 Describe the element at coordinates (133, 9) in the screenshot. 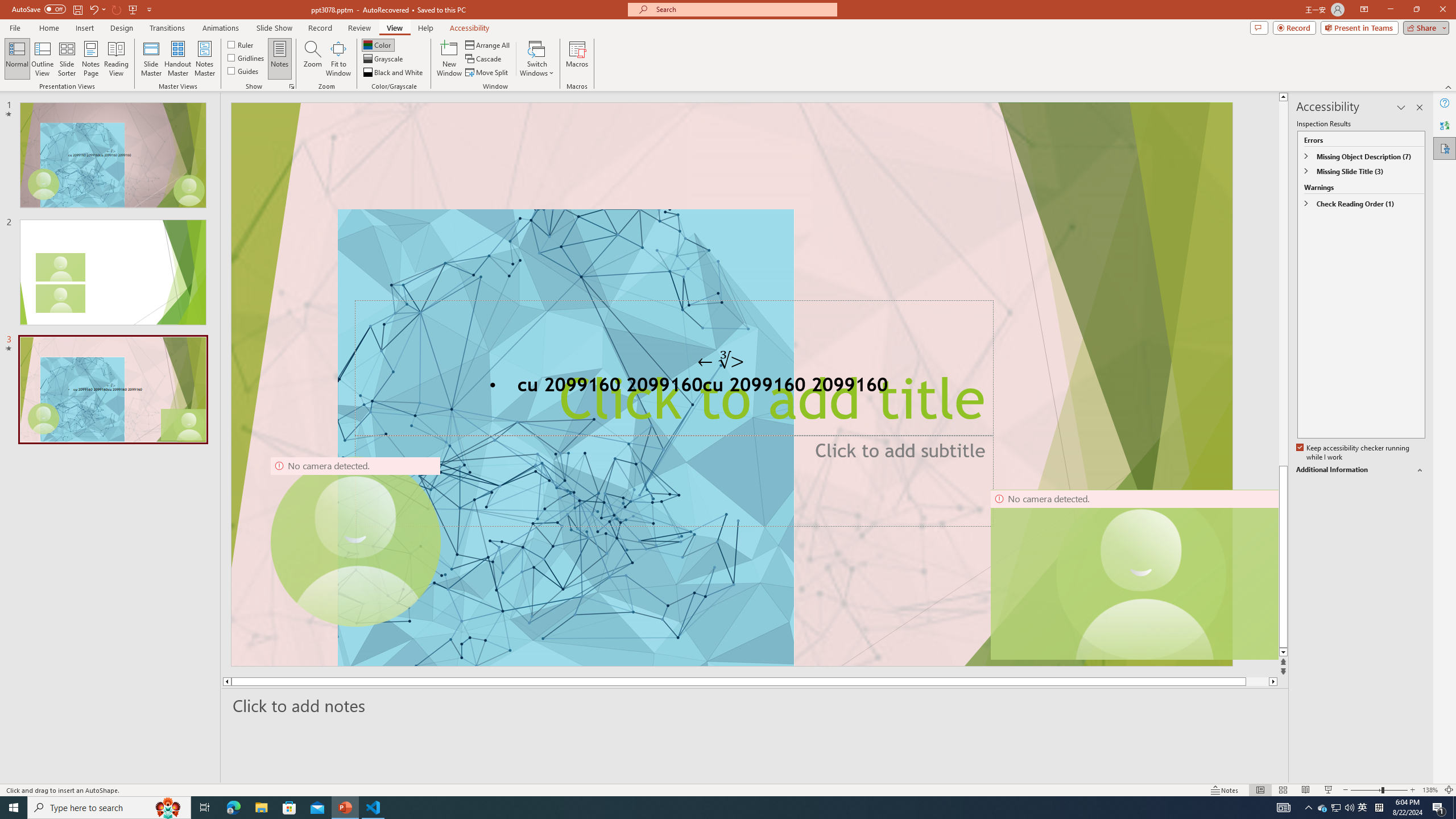

I see `'From Beginning'` at that location.